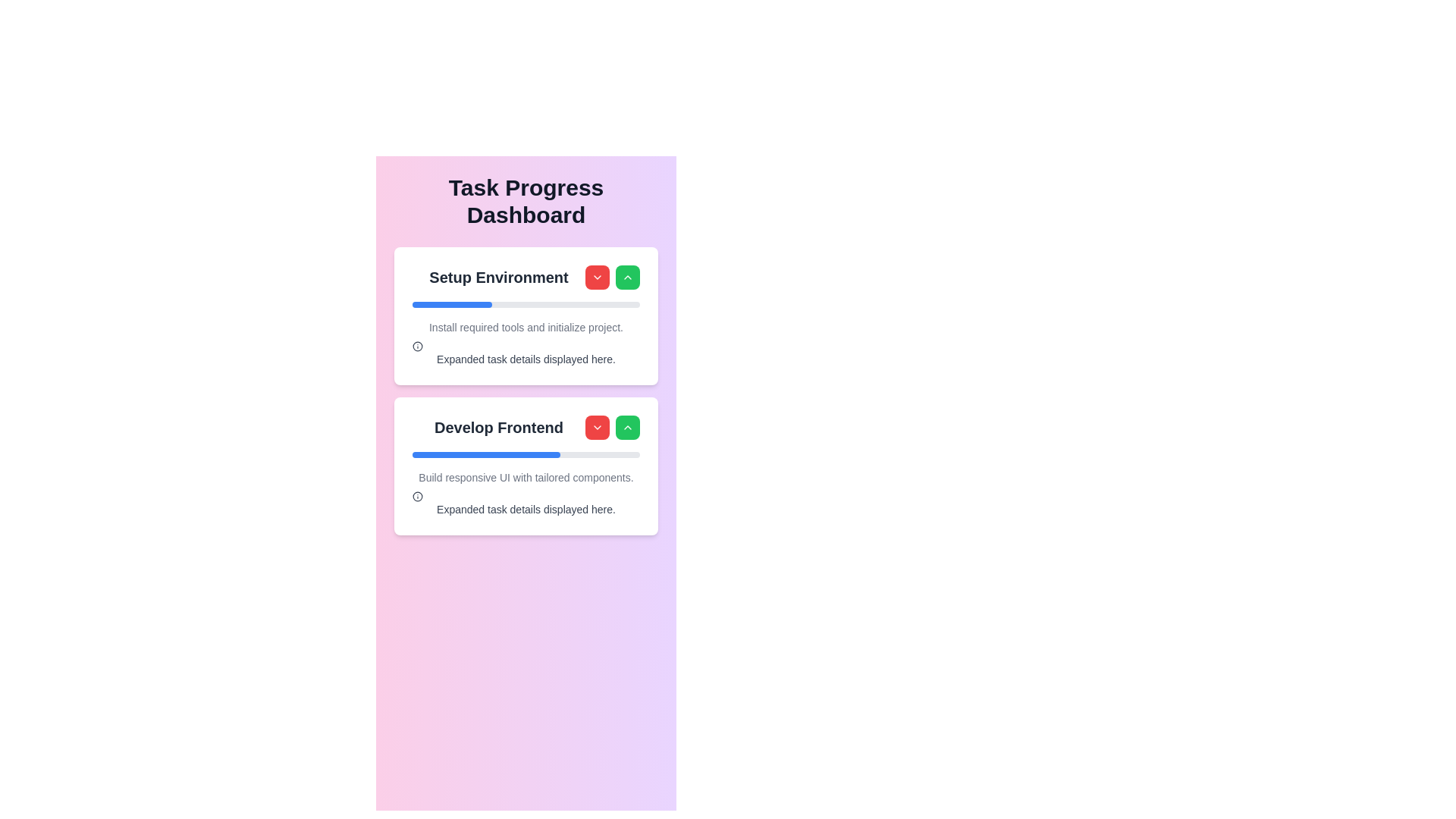 Image resolution: width=1456 pixels, height=819 pixels. What do you see at coordinates (526, 494) in the screenshot?
I see `the detailed textual content block that provides information about the 'Develop Frontend' task, located below the progress bar` at bounding box center [526, 494].